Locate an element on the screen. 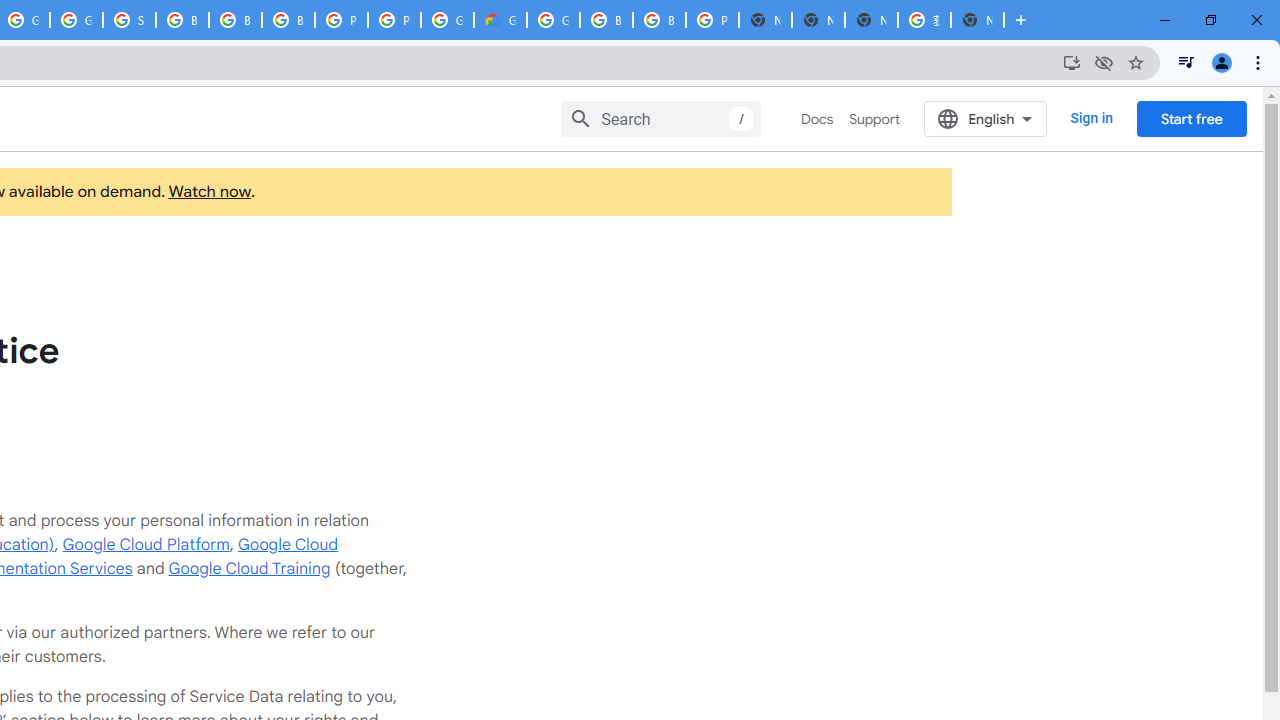 The image size is (1280, 720). 'Browse Chrome as a guest - Computer - Google Chrome Help' is located at coordinates (235, 20).